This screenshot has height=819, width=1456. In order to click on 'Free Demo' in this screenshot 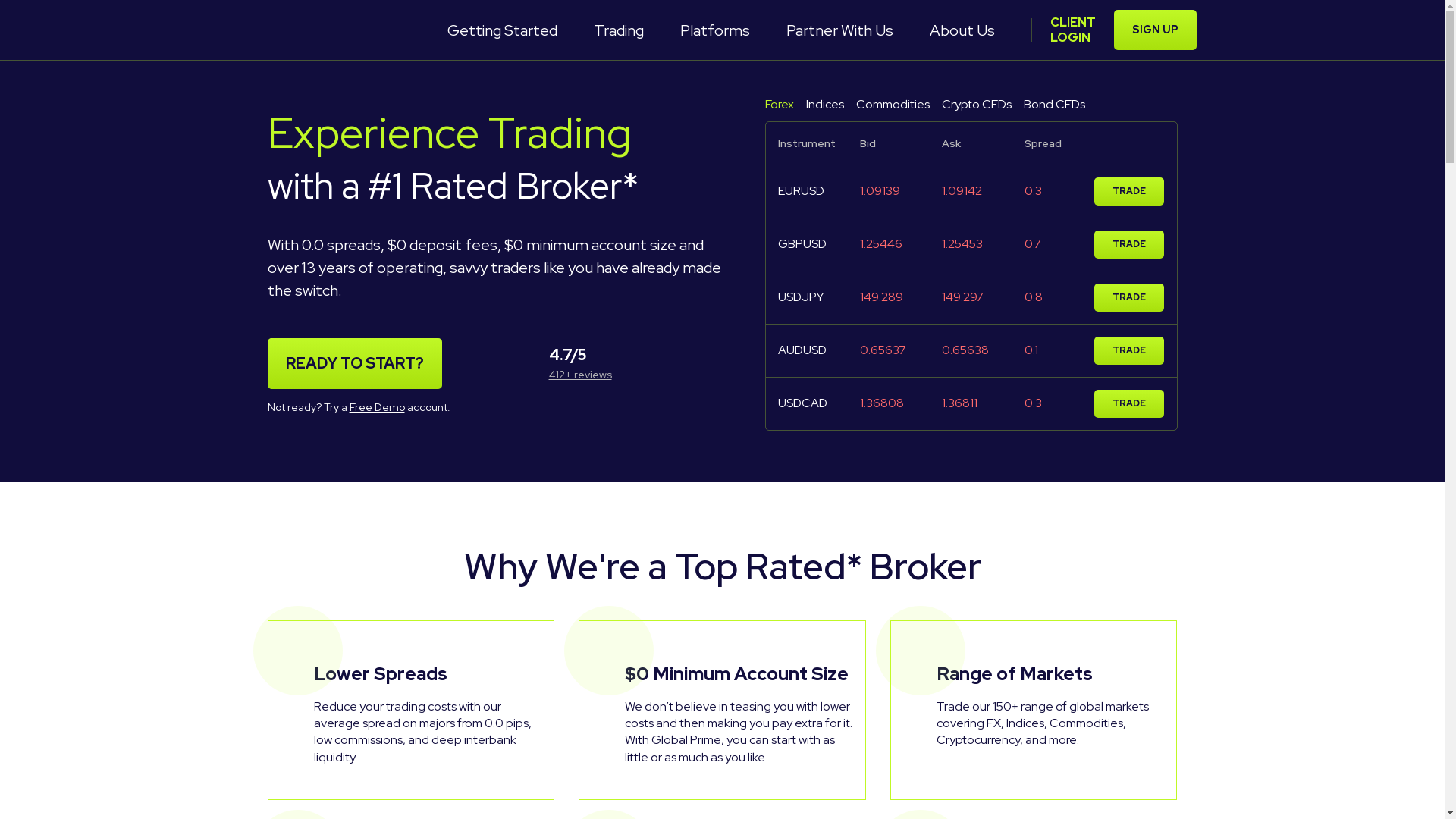, I will do `click(376, 406)`.